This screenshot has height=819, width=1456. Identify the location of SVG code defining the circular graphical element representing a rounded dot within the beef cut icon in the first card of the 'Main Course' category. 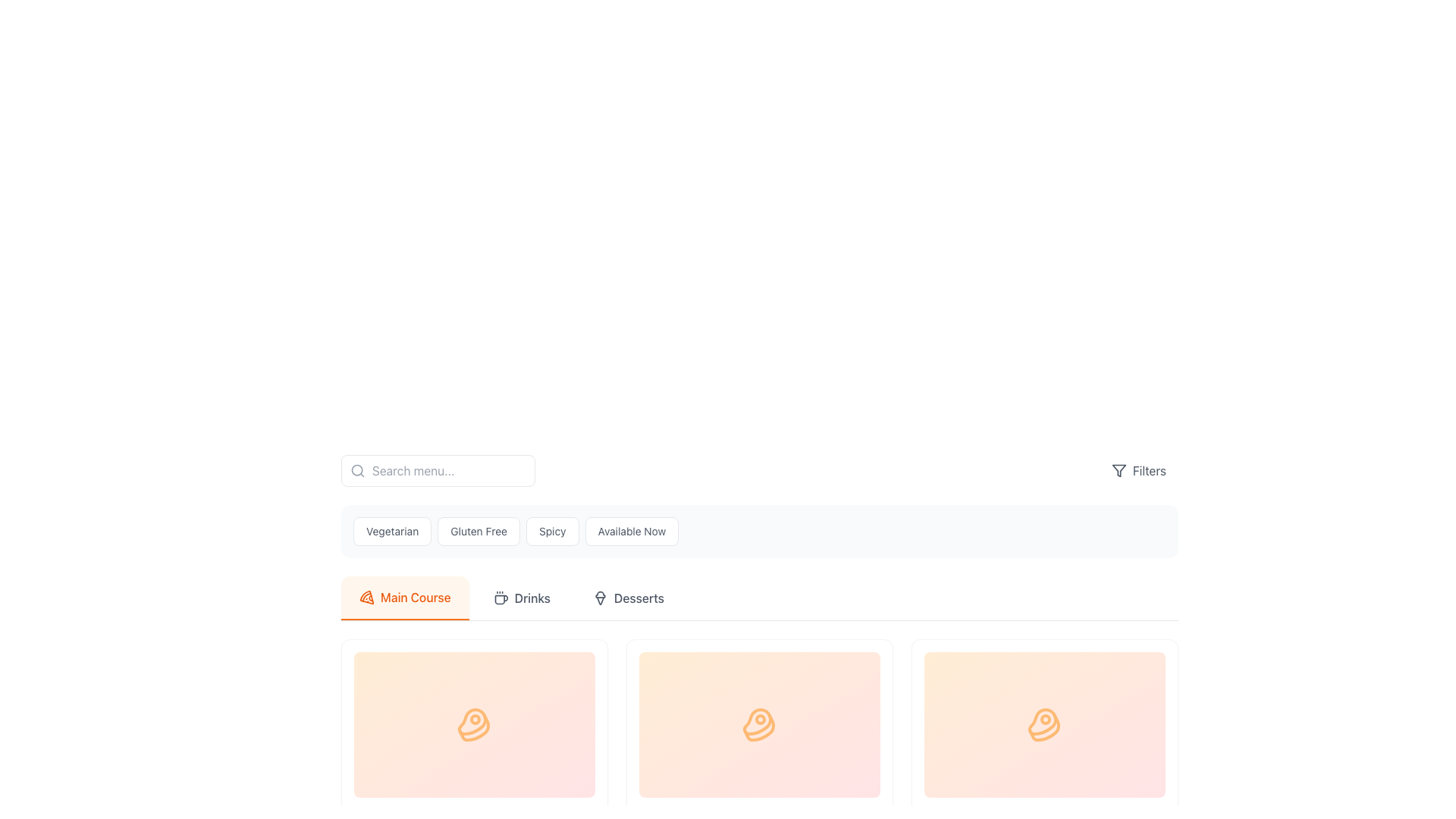
(475, 718).